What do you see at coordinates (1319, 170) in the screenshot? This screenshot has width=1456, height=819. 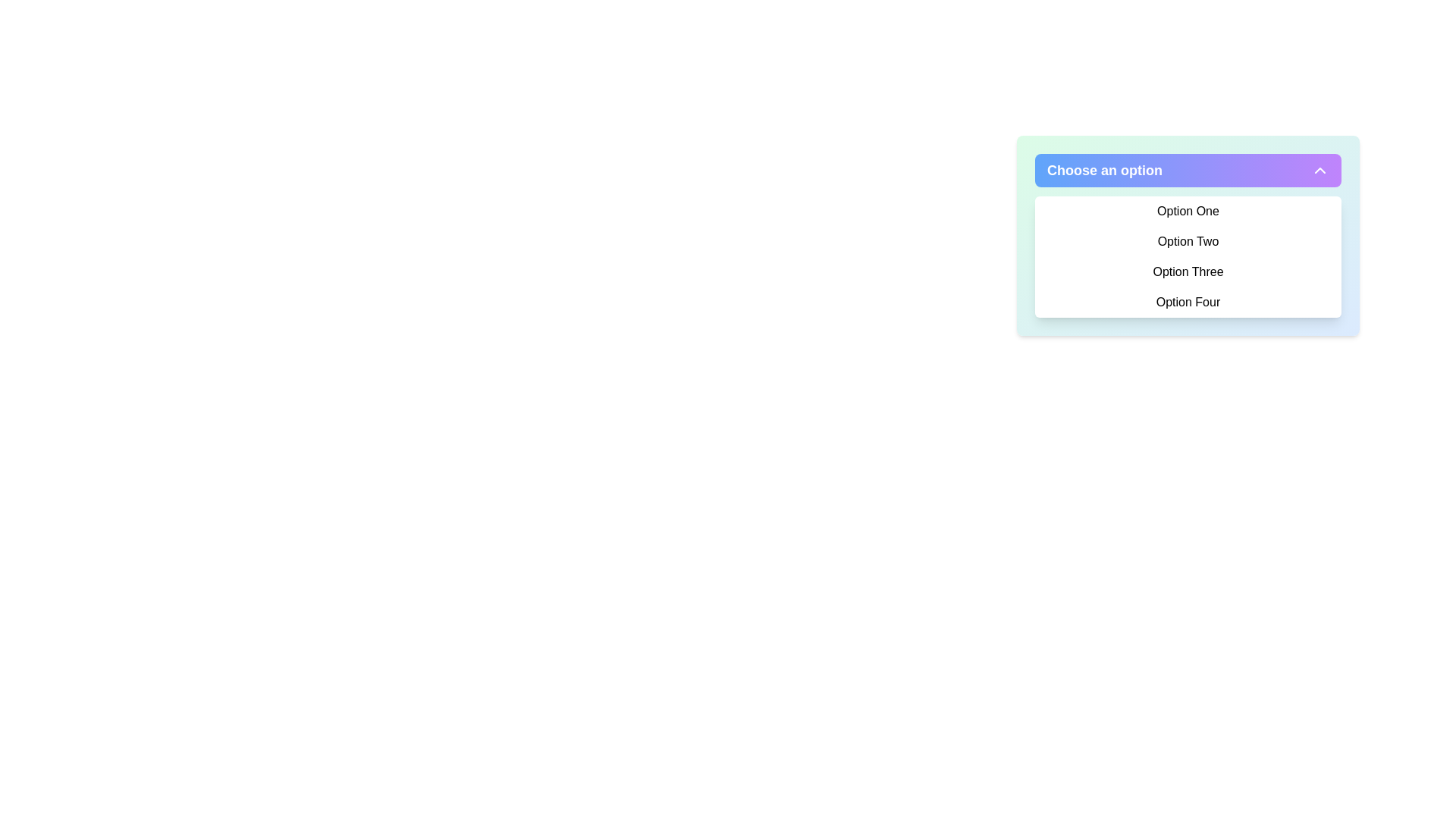 I see `the icon indicating the current state of the dropdown menu, located on the right side of the header labeled 'Choose an option'` at bounding box center [1319, 170].